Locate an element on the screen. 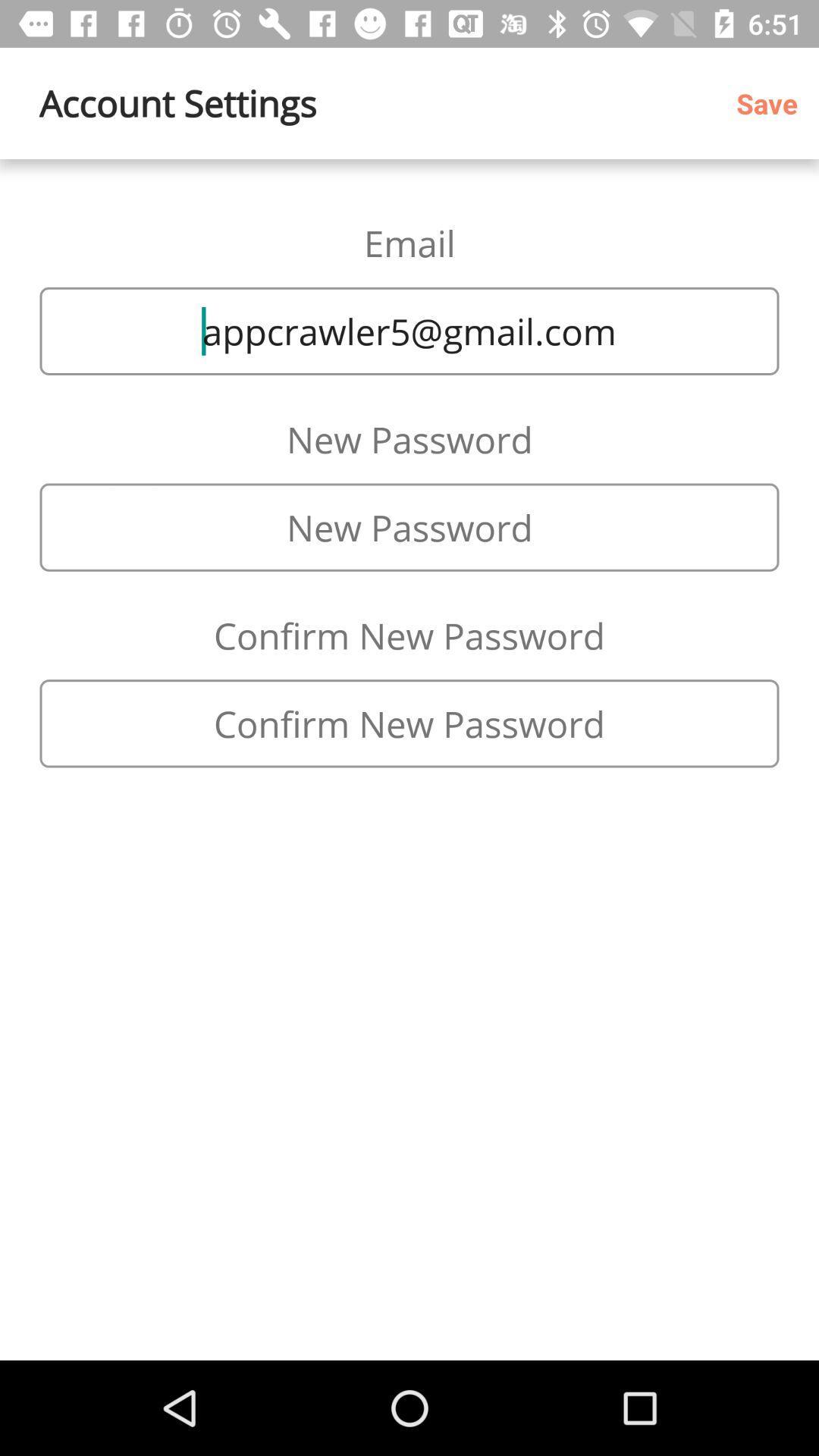 The width and height of the screenshot is (819, 1456). save item is located at coordinates (772, 102).